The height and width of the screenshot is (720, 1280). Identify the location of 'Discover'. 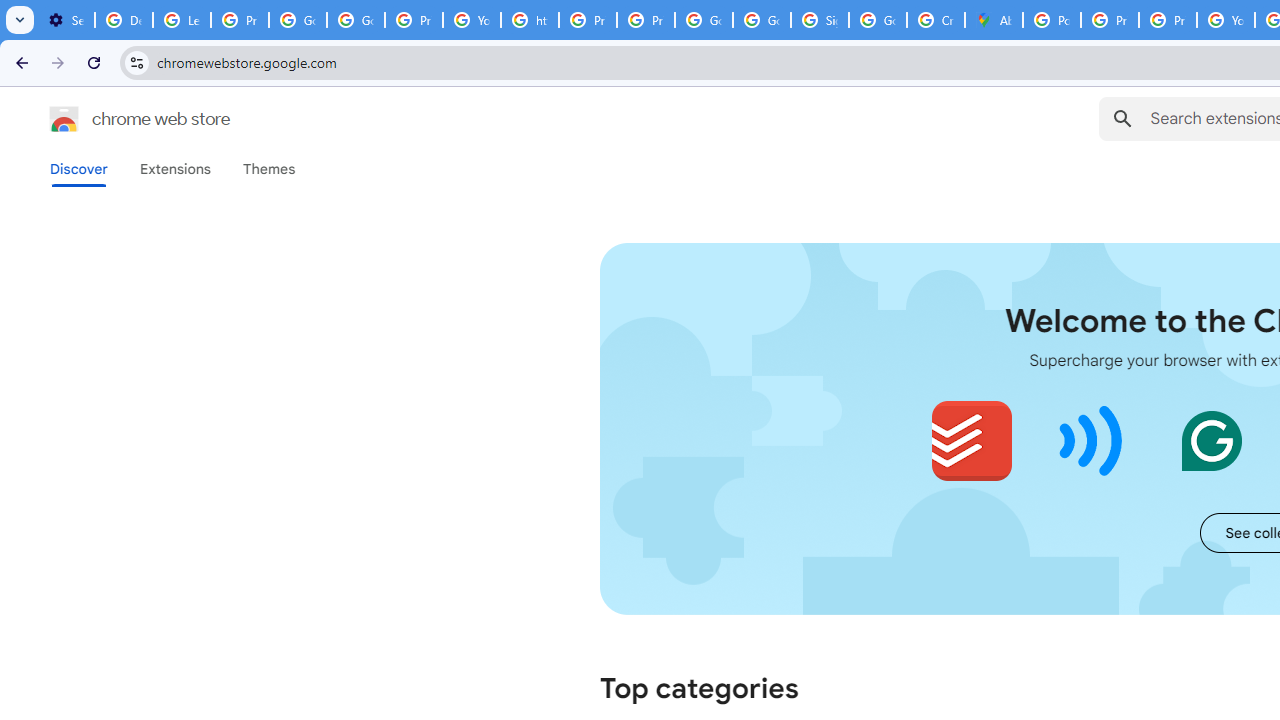
(79, 168).